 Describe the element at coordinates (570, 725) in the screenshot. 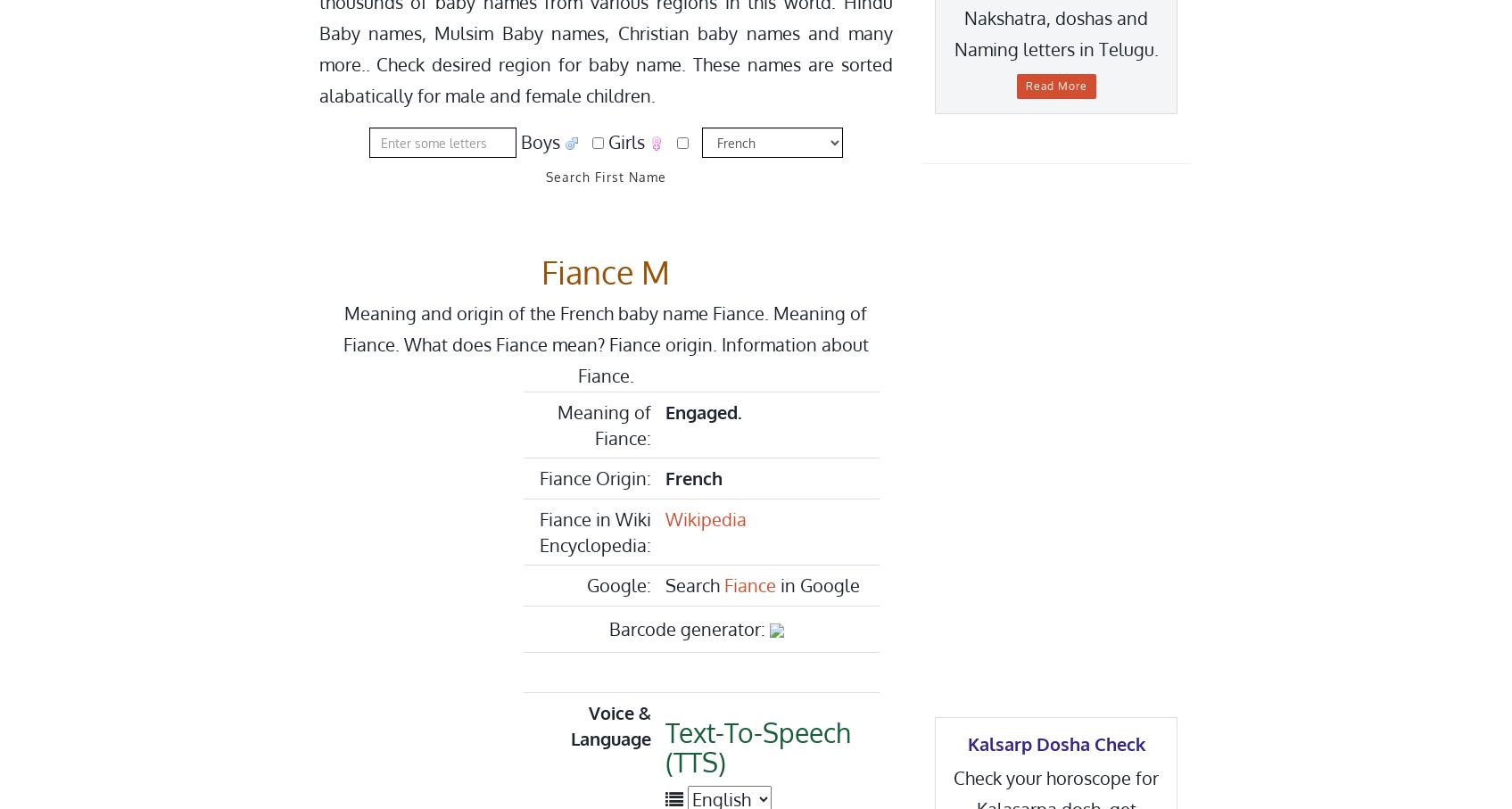

I see `'Voice & Language'` at that location.